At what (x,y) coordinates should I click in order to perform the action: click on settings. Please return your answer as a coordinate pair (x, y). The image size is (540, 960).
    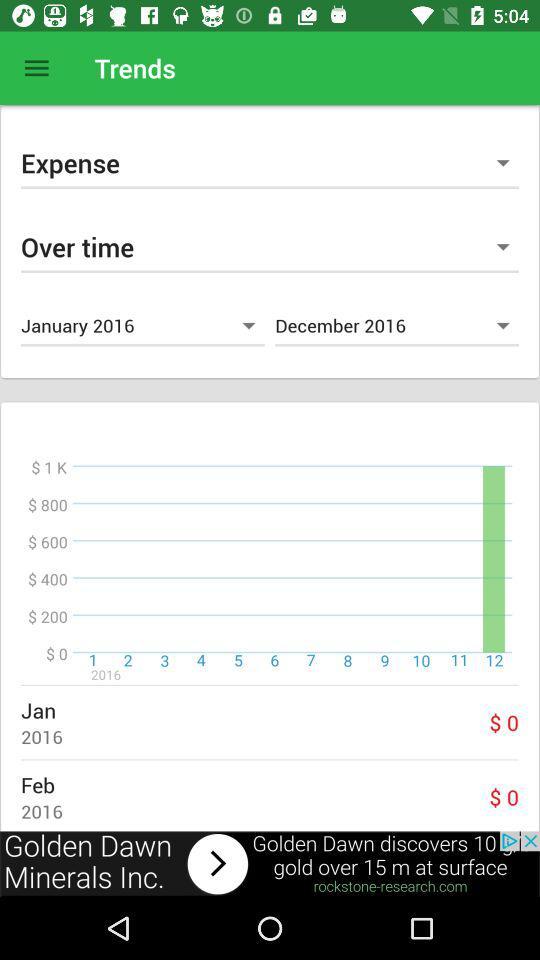
    Looking at the image, I should click on (36, 68).